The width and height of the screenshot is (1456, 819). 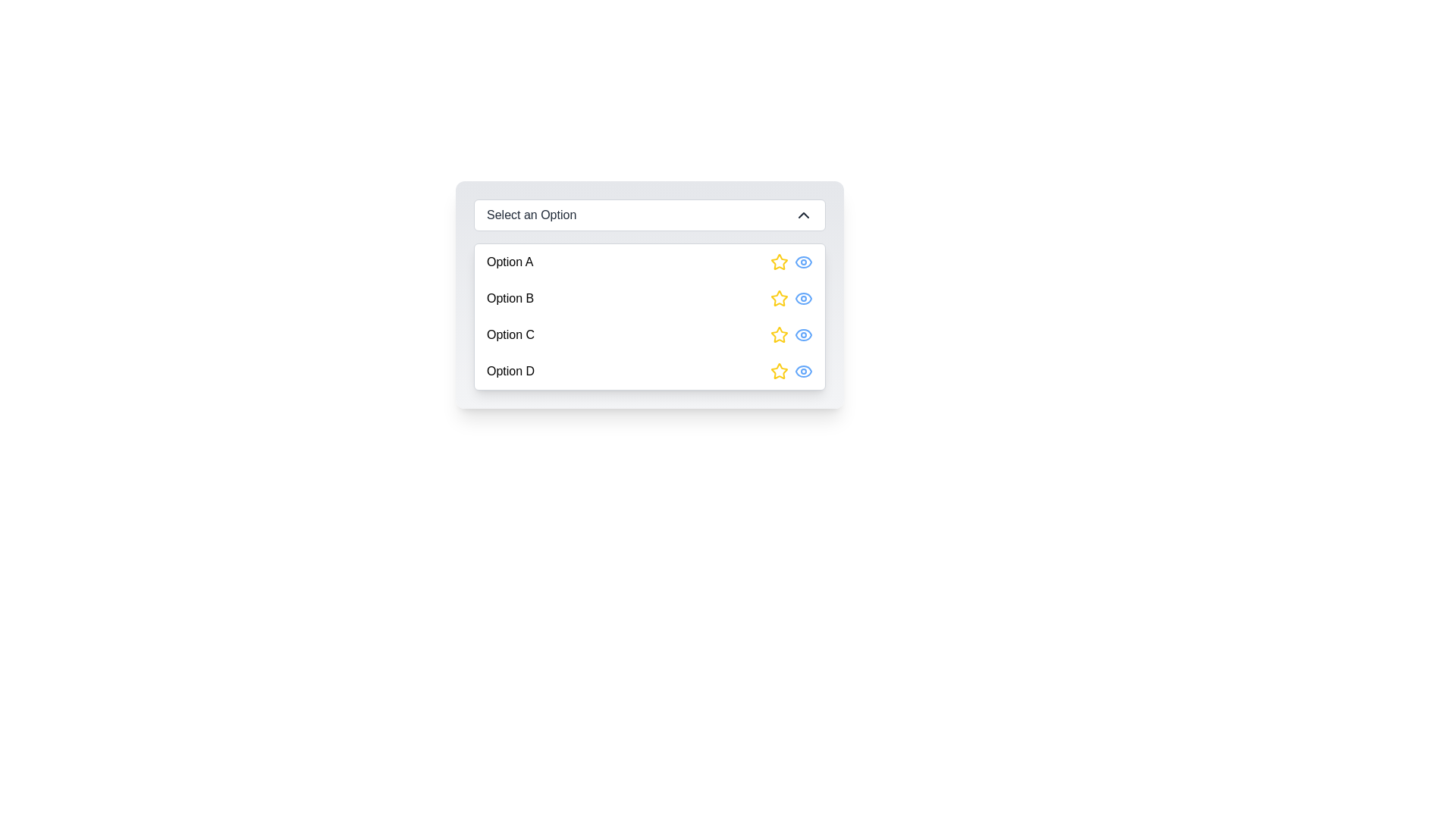 I want to click on an item from the dropdown menu located beneath the 'Select an Option' text, which contains four options with icons, so click(x=650, y=315).